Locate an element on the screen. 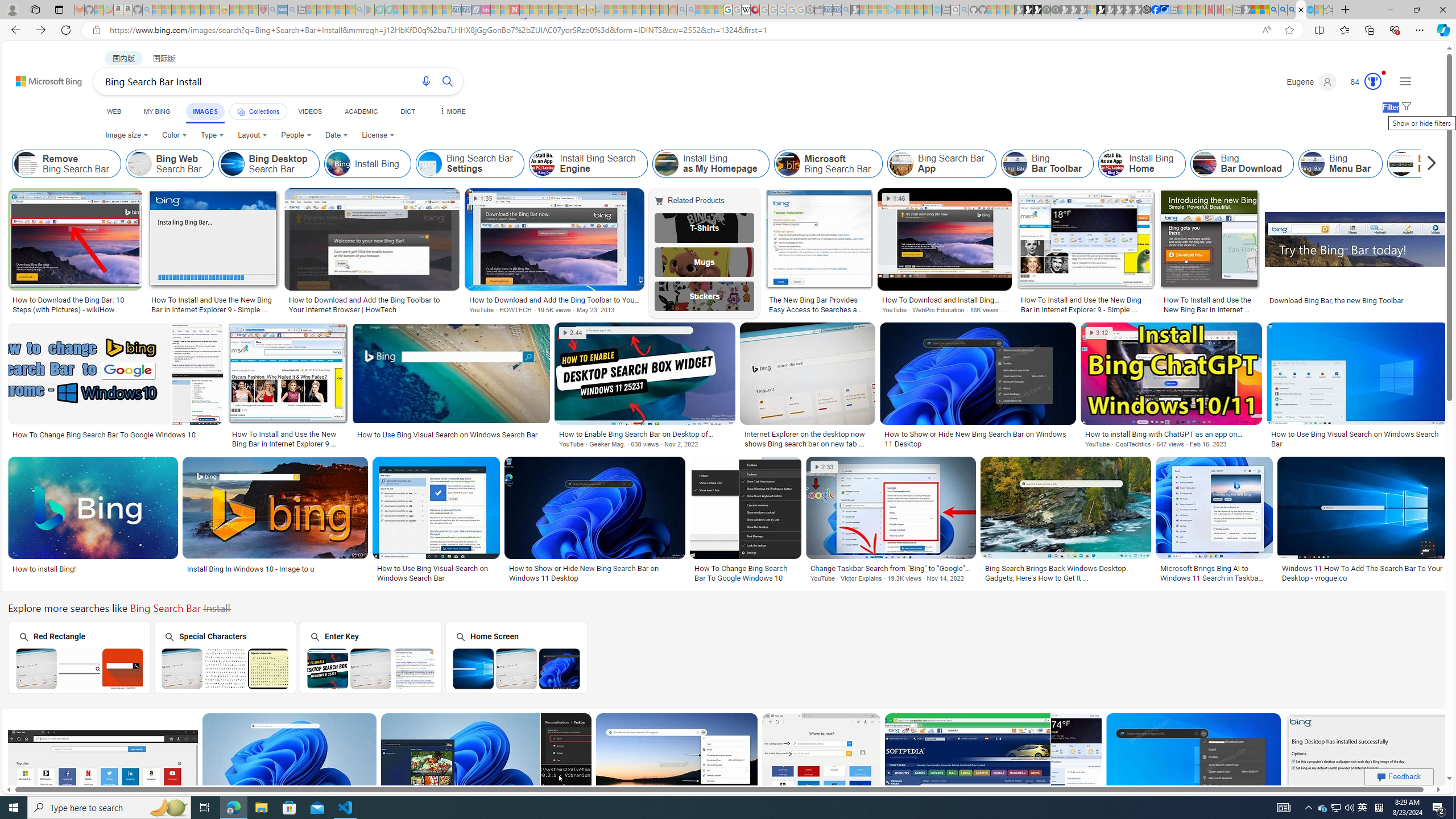 Image resolution: width=1456 pixels, height=819 pixels. 'Related ProductsT-ShirtsMugsStickers' is located at coordinates (706, 253).